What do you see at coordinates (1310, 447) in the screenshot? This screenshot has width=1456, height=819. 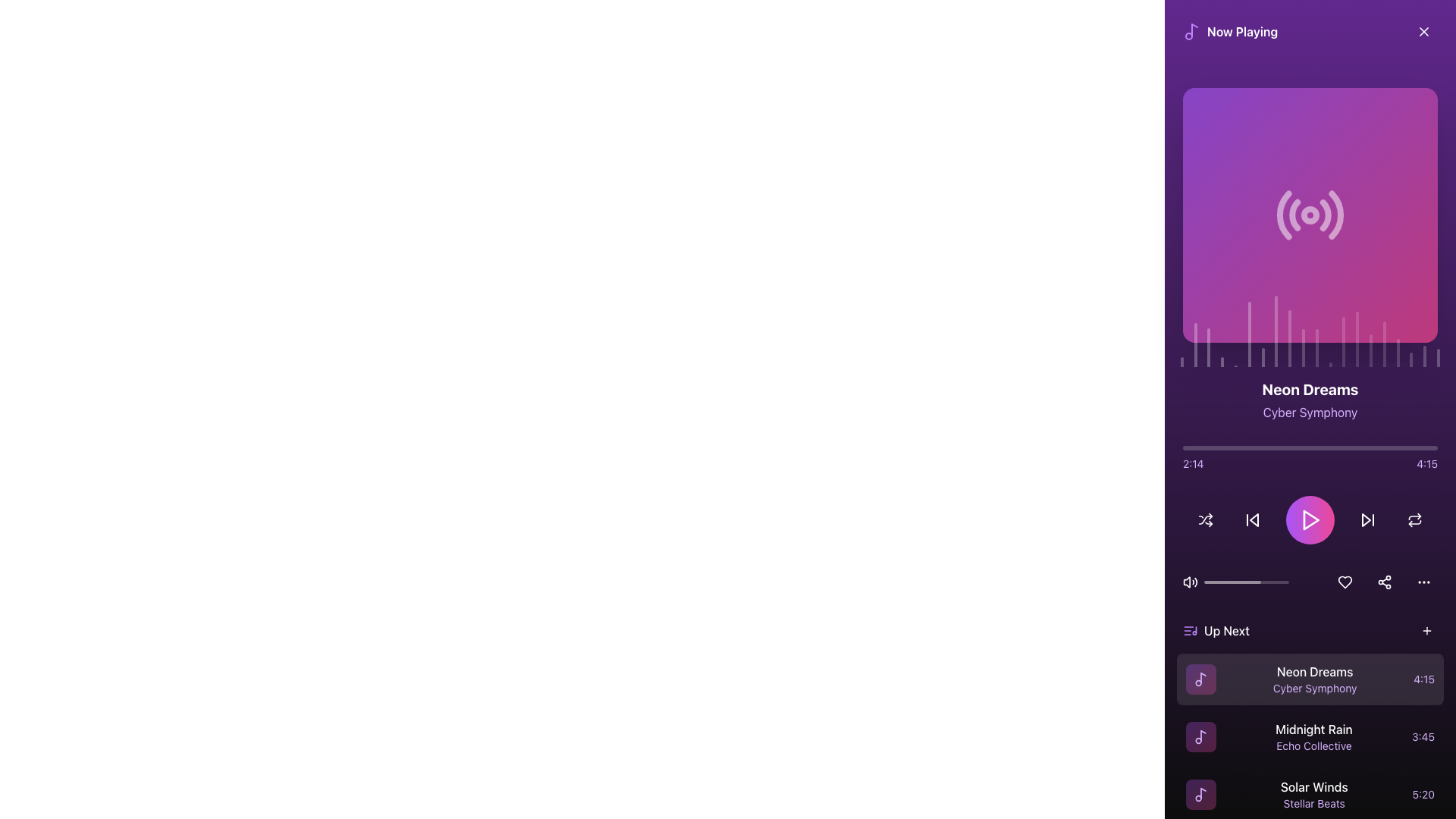 I see `the Progress Bar located below the album artwork and above the playback controls` at bounding box center [1310, 447].